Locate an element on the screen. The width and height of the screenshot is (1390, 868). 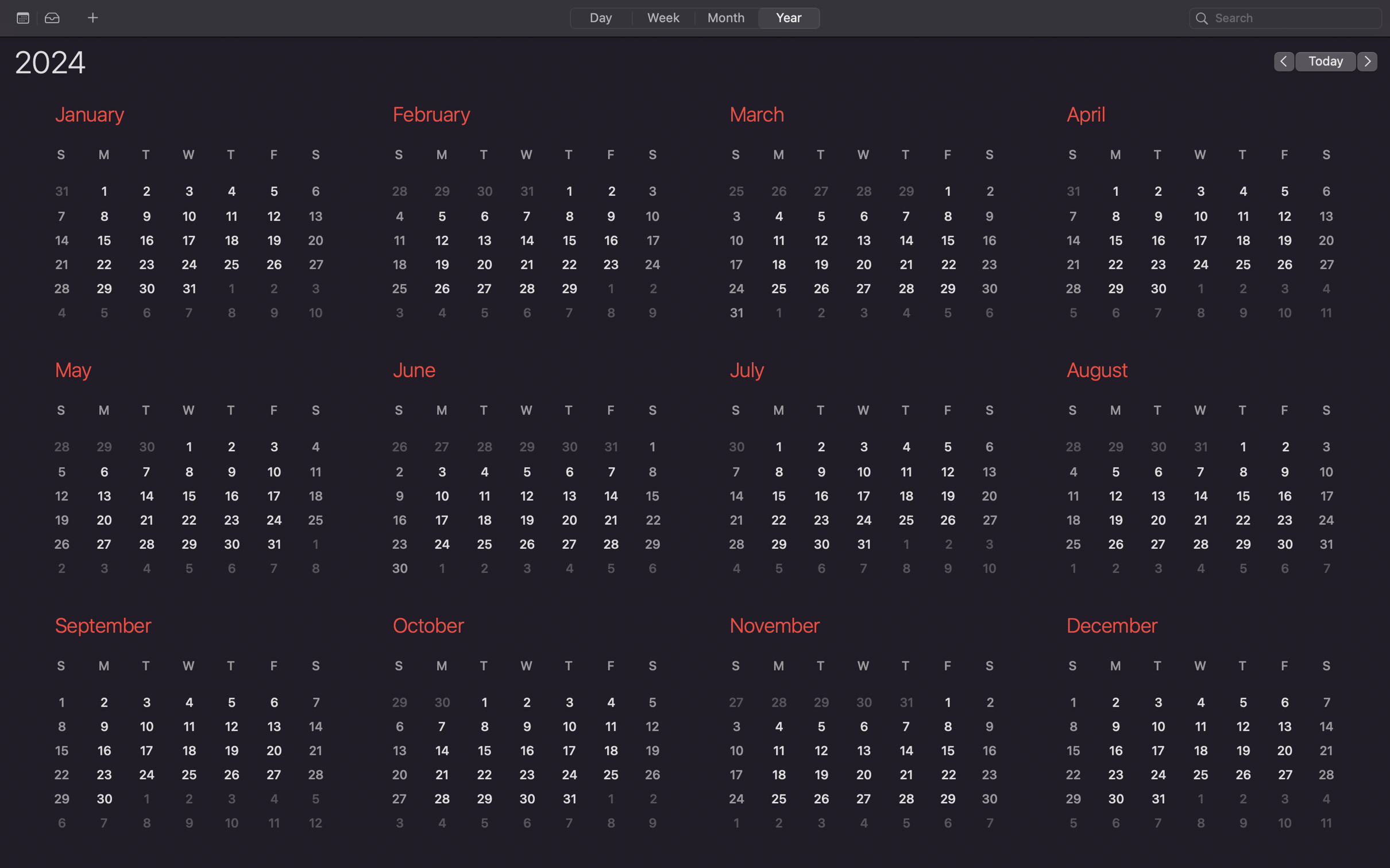
Enlarge the March section on the calendar by selecting it is located at coordinates (856, 221).